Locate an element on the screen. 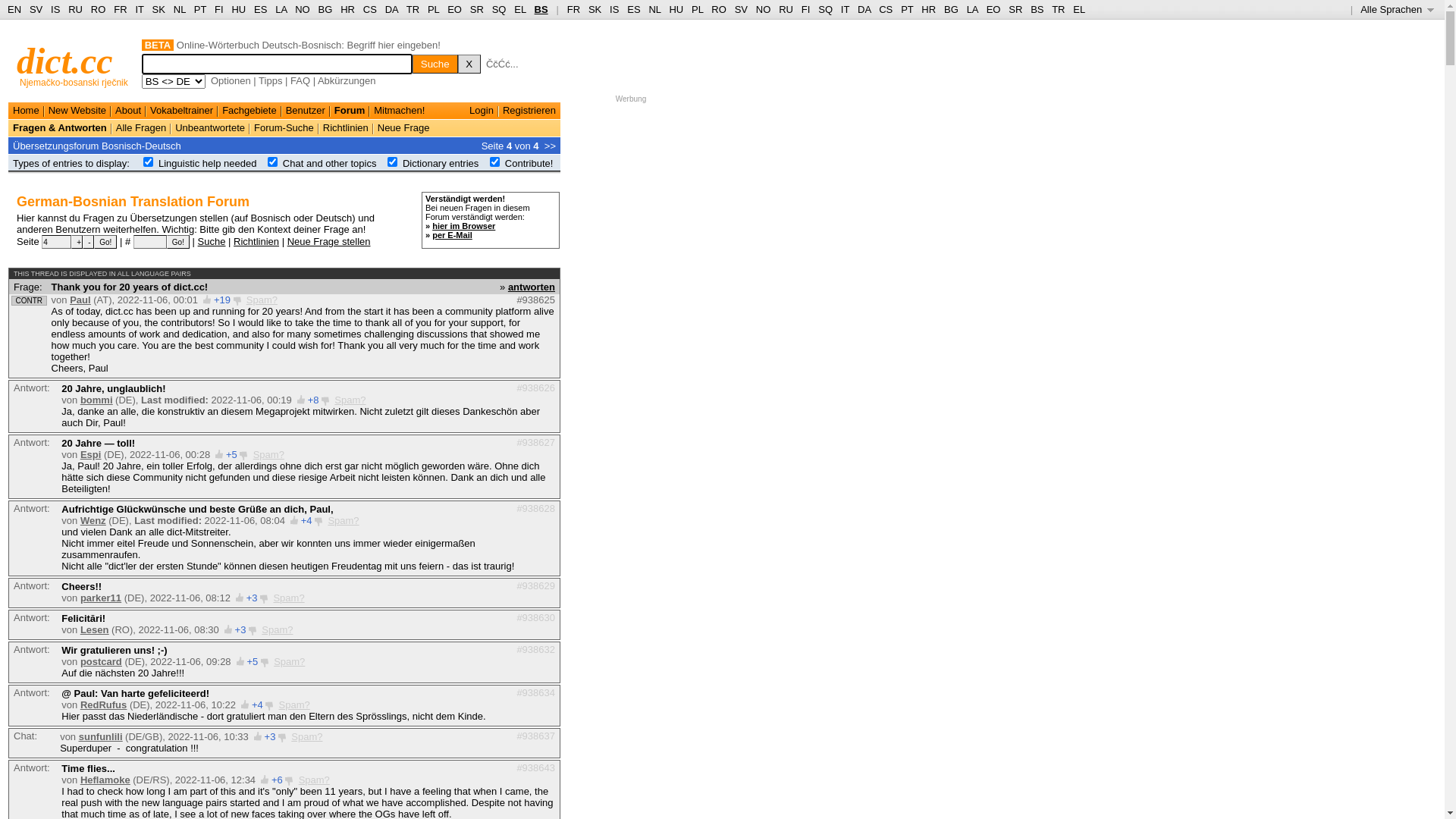 The width and height of the screenshot is (1456, 819). 'Alle Fragen' is located at coordinates (141, 127).